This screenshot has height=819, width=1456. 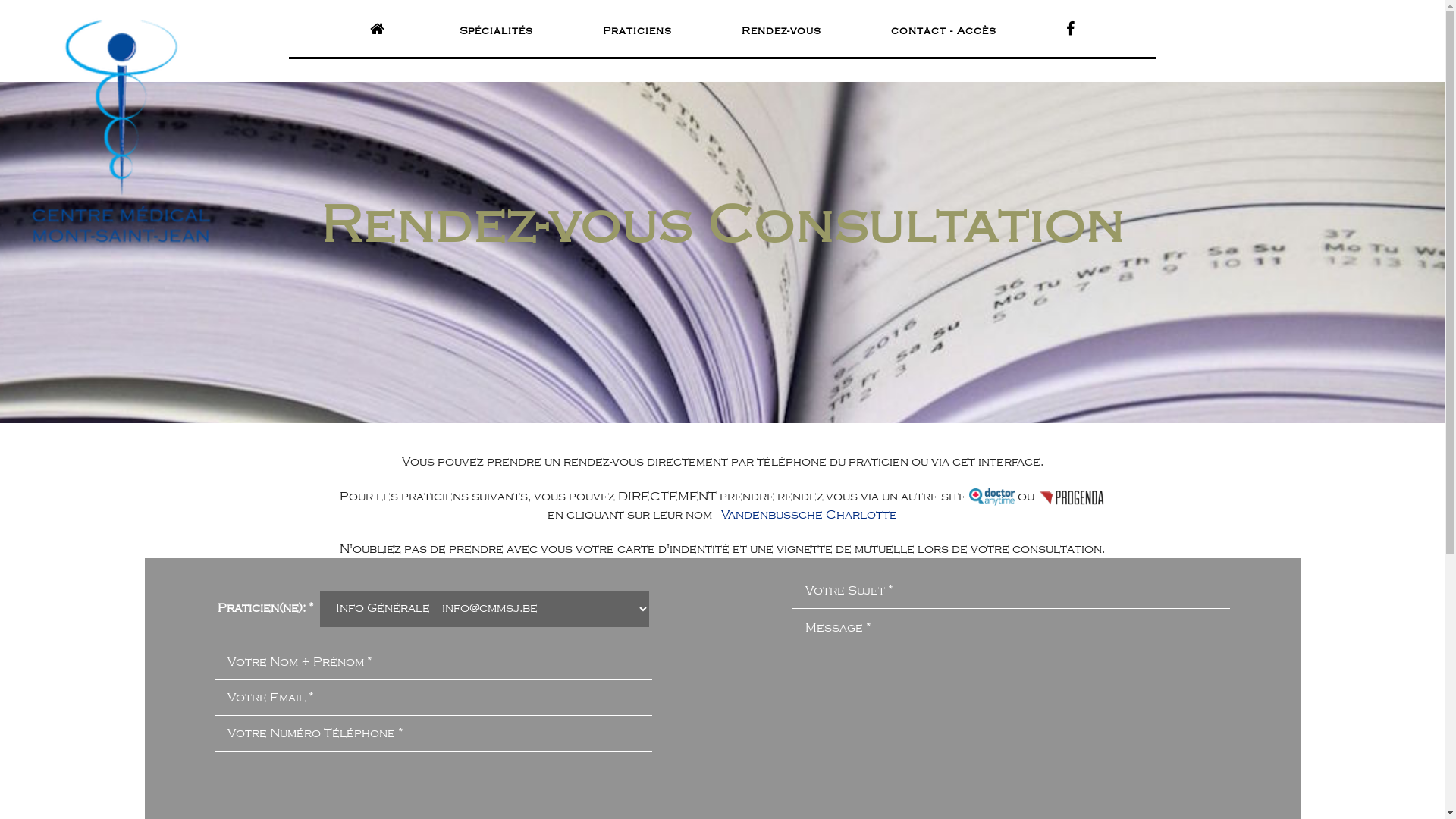 What do you see at coordinates (781, 31) in the screenshot?
I see `'Rendez-vous'` at bounding box center [781, 31].